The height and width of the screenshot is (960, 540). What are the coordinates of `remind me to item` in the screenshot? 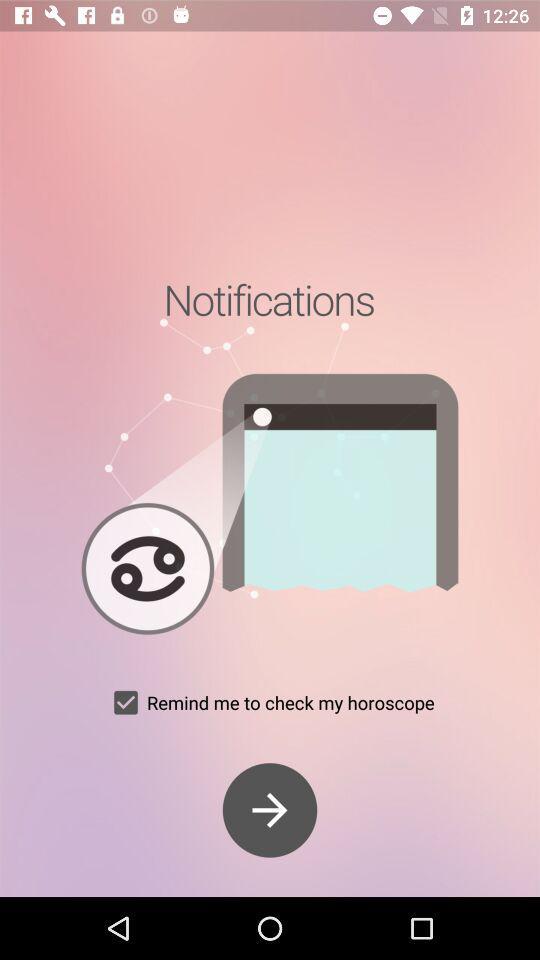 It's located at (269, 702).